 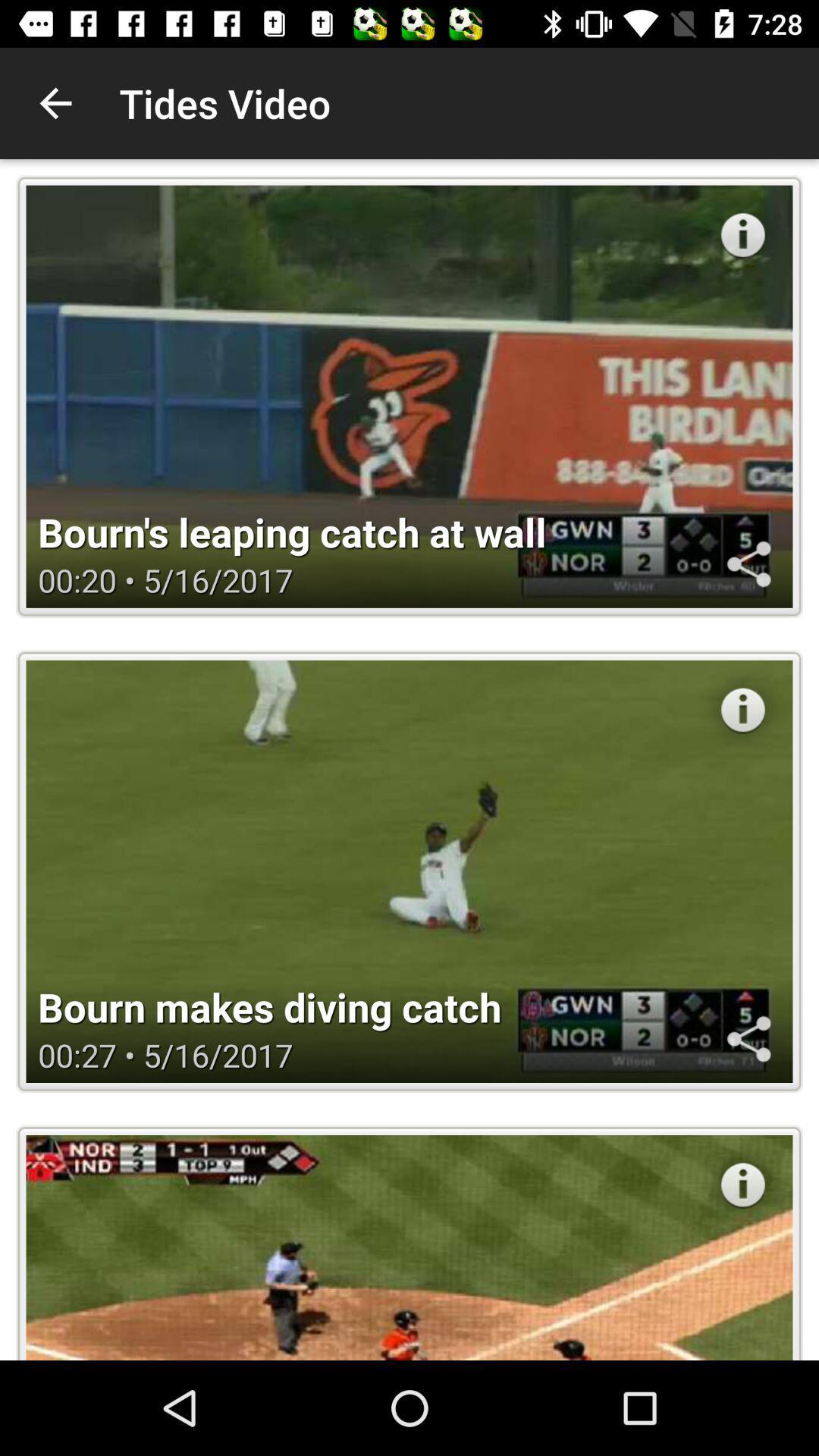 What do you see at coordinates (748, 563) in the screenshot?
I see `share the video` at bounding box center [748, 563].